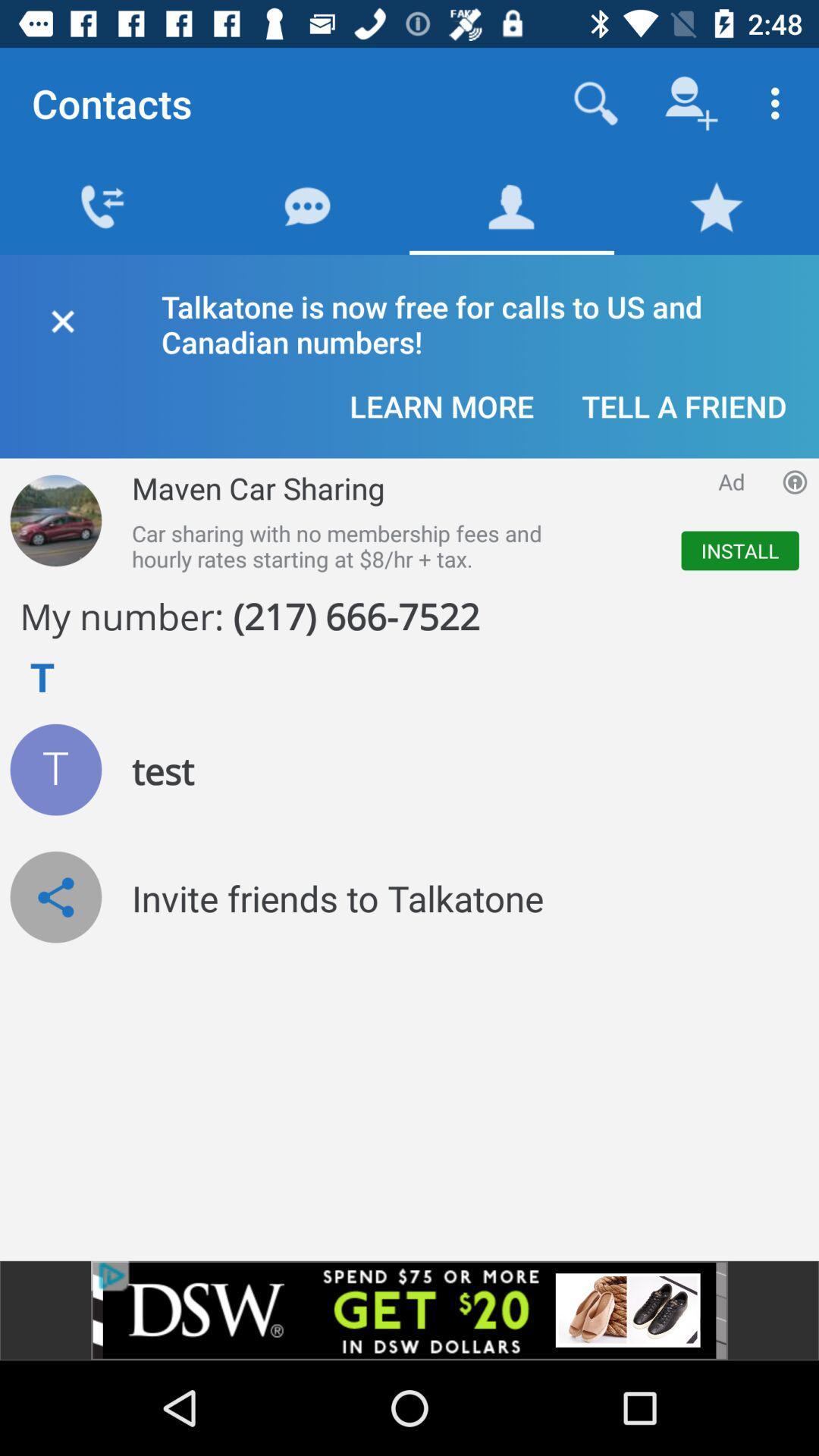  What do you see at coordinates (61, 318) in the screenshot?
I see `this` at bounding box center [61, 318].